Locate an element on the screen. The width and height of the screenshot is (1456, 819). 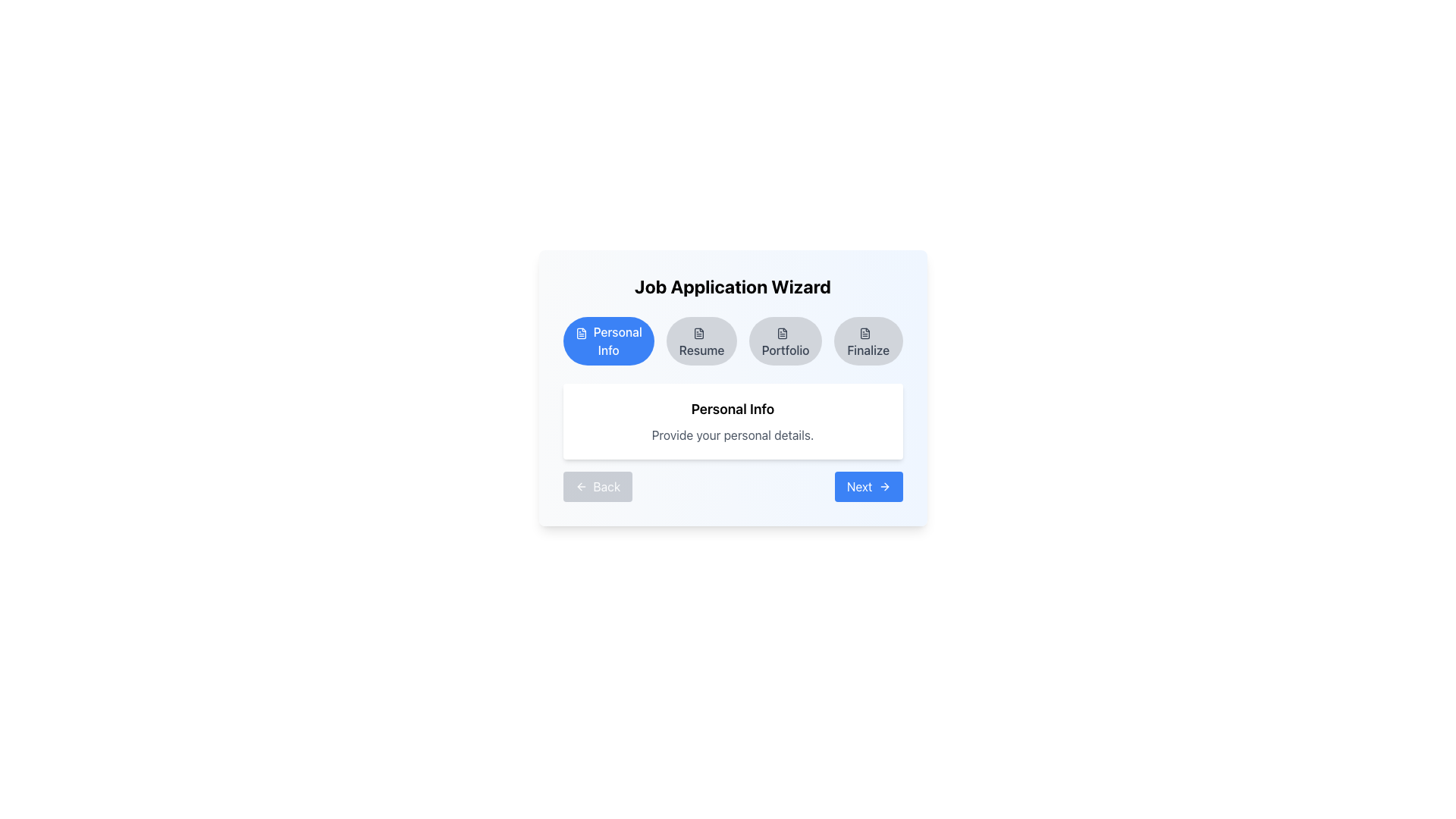
the 'Resume' tab in the Navigation Bar is located at coordinates (733, 341).